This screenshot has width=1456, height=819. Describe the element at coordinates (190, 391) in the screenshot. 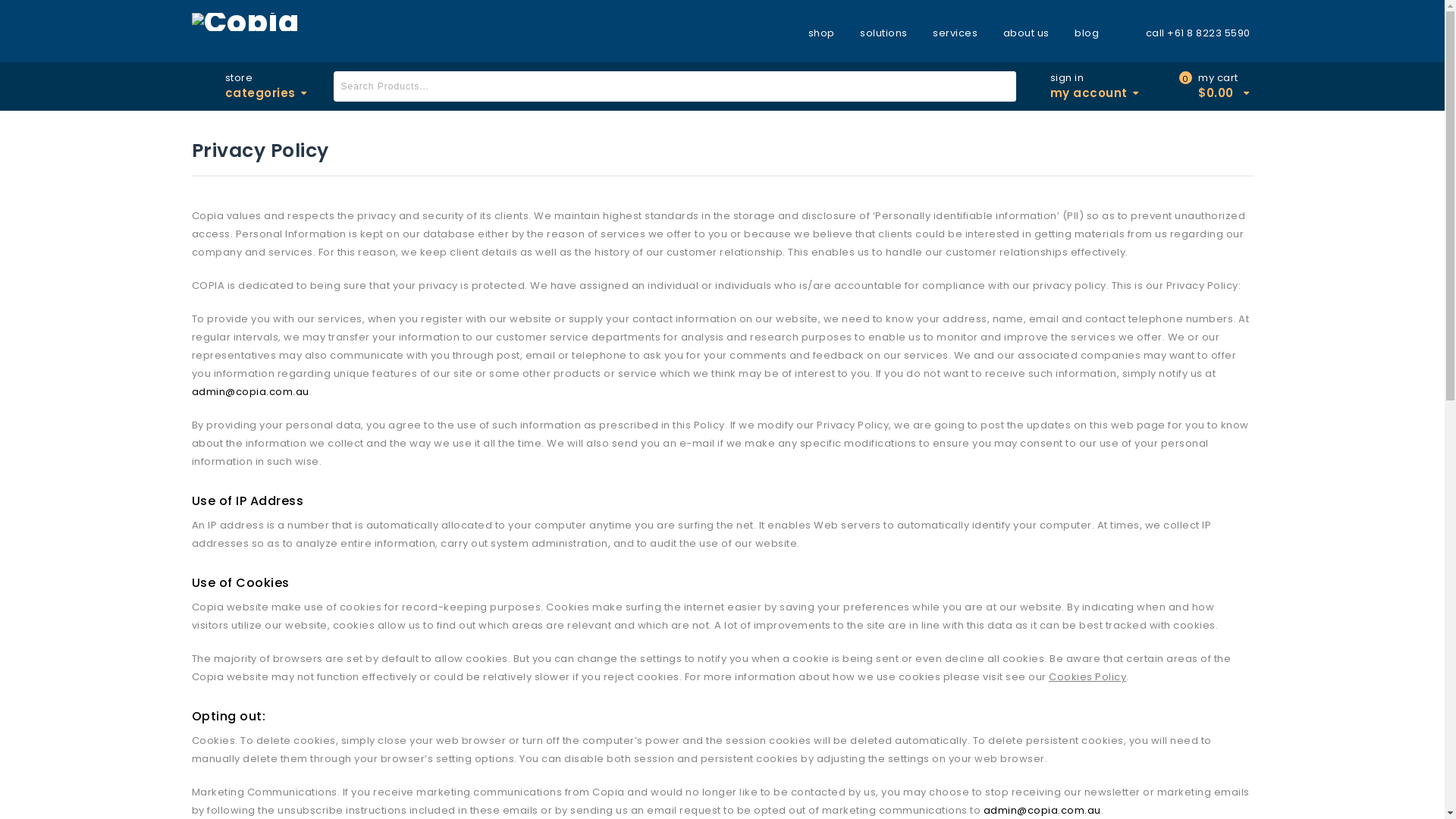

I see `'admin@copia.com.au'` at that location.